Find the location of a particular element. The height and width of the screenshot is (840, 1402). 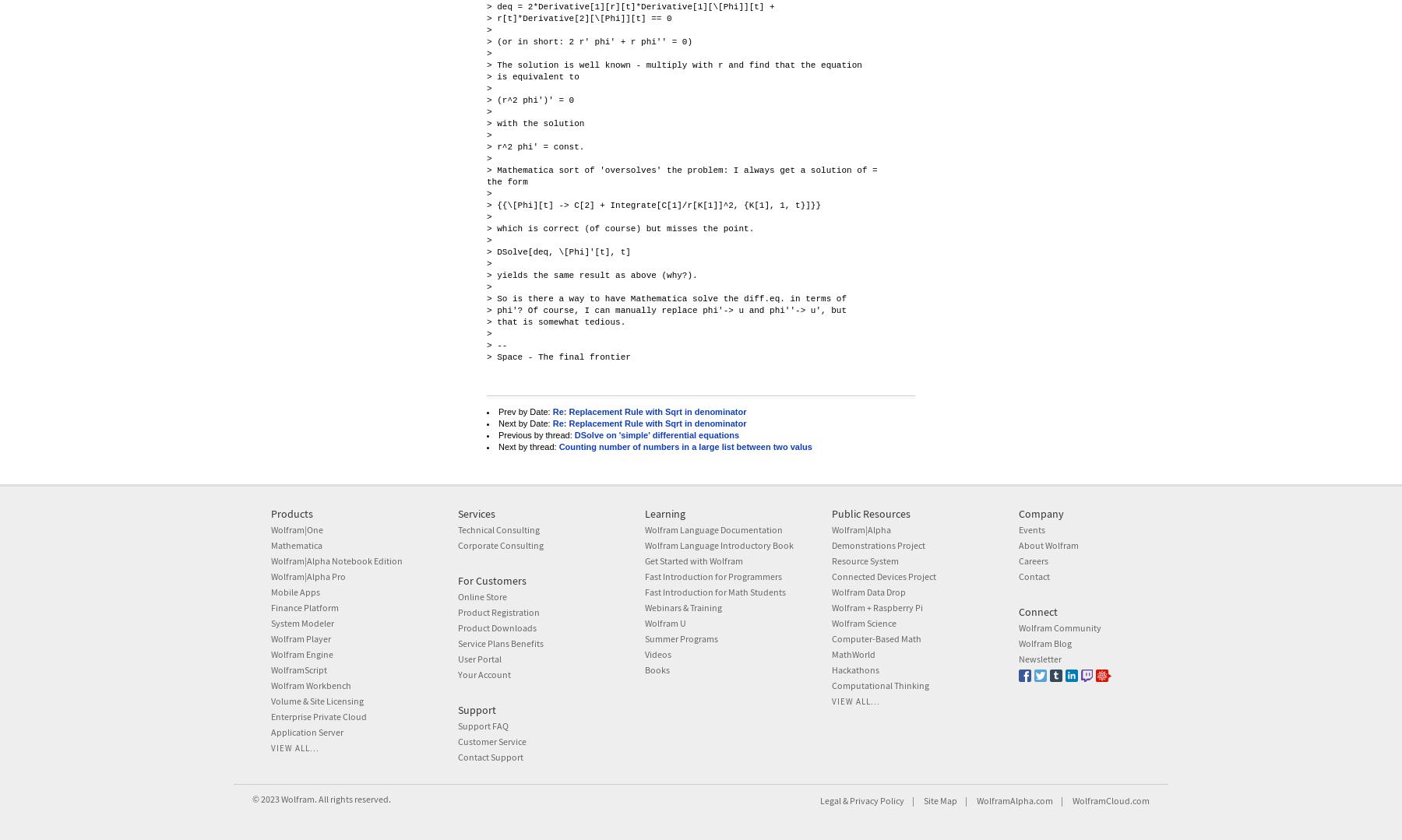

'Demonstrations Project' is located at coordinates (831, 545).